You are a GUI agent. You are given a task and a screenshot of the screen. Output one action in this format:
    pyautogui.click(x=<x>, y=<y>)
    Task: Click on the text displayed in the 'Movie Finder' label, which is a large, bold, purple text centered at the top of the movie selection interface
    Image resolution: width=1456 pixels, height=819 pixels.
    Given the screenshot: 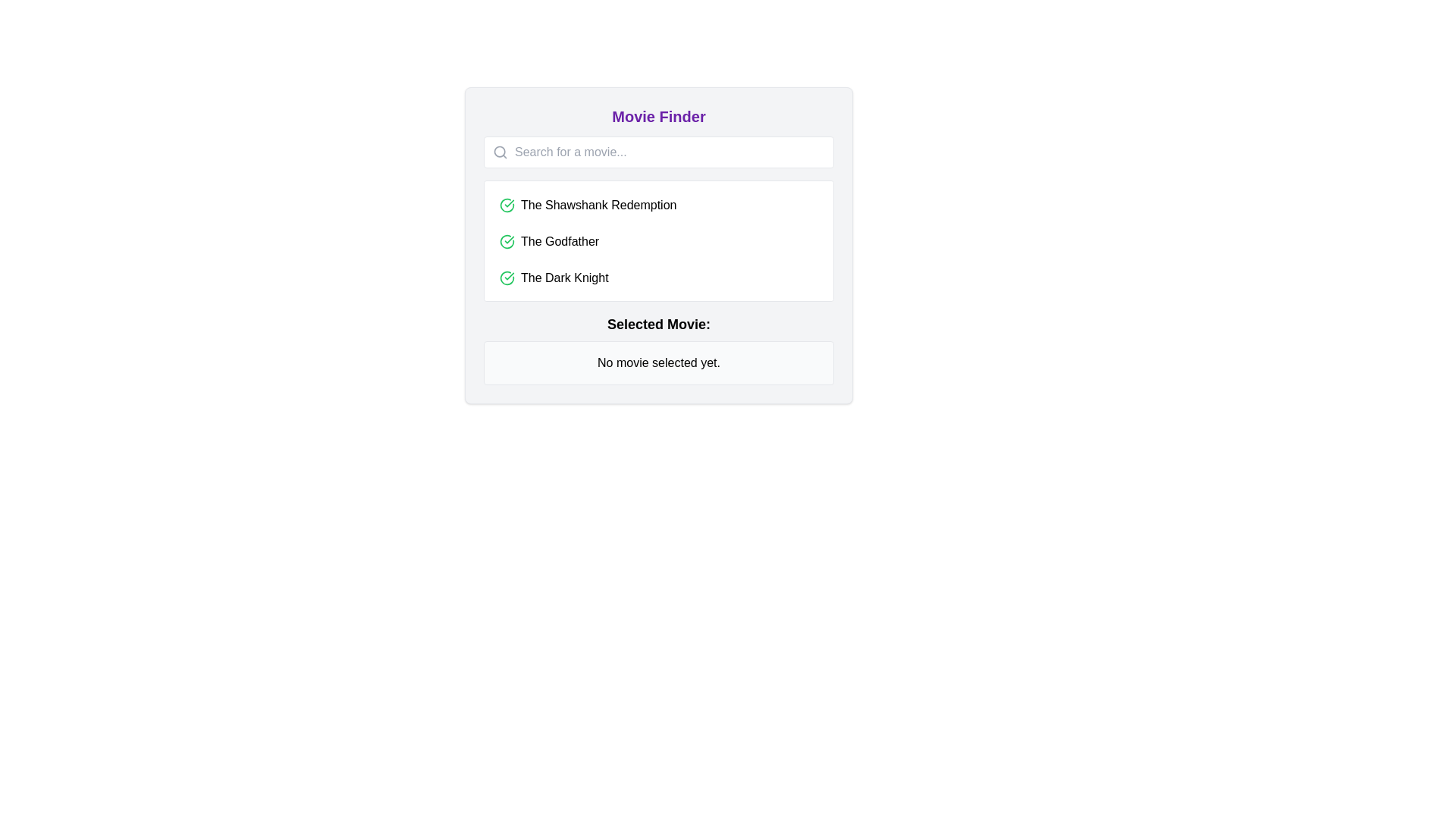 What is the action you would take?
    pyautogui.click(x=658, y=116)
    